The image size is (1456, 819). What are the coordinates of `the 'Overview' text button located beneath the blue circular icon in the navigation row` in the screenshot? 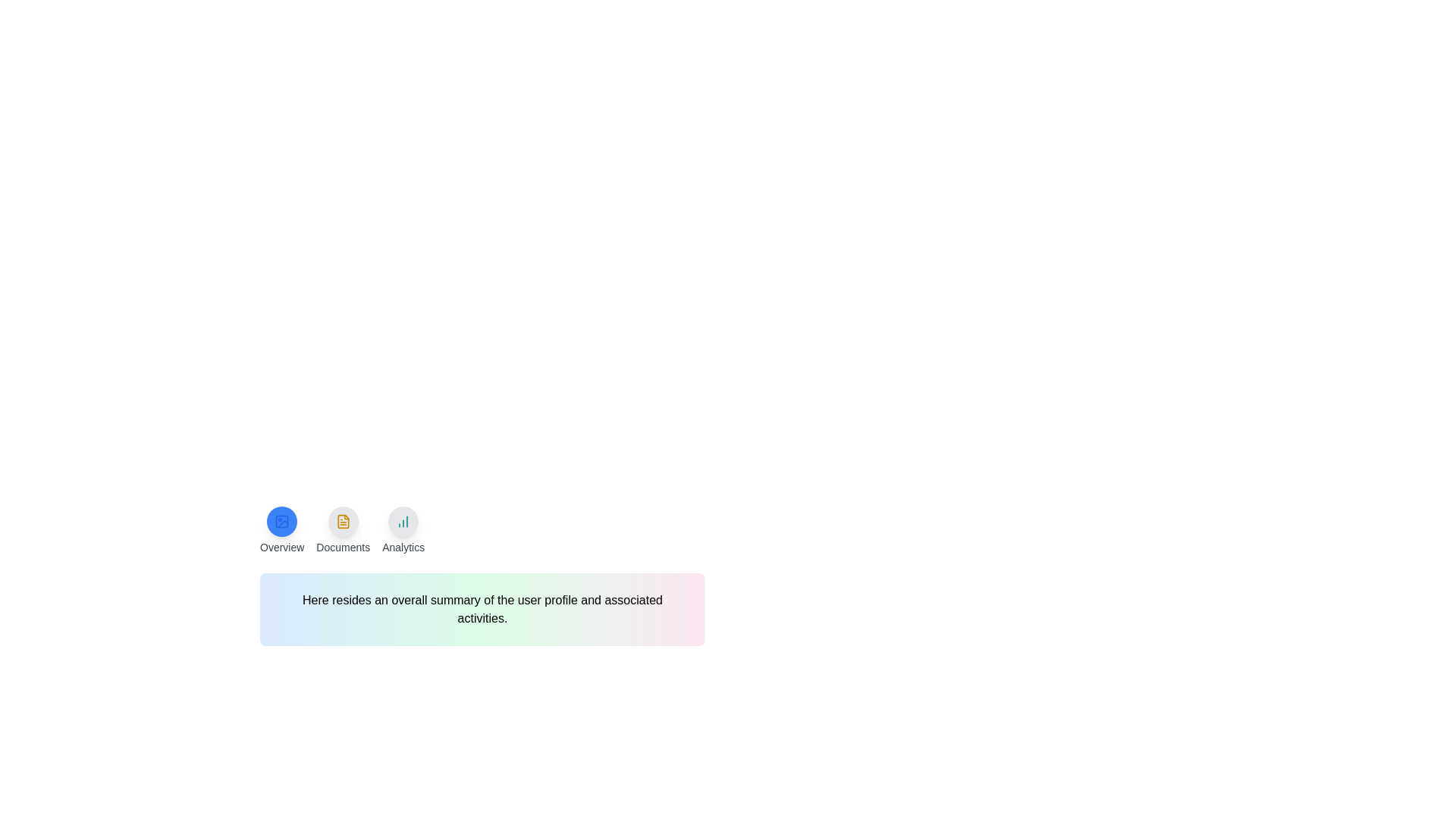 It's located at (282, 529).